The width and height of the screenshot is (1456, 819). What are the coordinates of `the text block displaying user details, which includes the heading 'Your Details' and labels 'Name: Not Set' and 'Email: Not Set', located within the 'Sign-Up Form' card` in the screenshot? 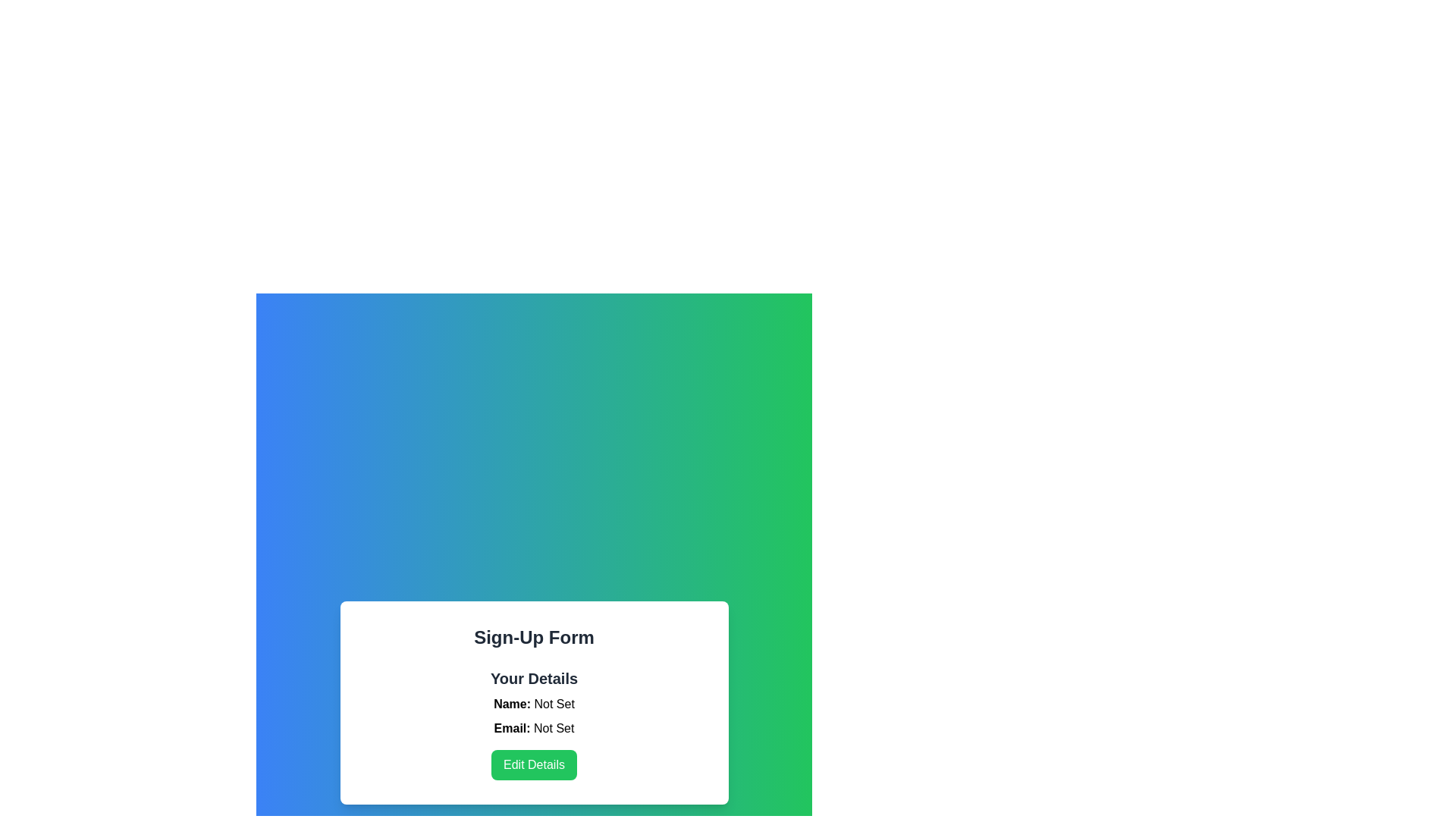 It's located at (534, 723).